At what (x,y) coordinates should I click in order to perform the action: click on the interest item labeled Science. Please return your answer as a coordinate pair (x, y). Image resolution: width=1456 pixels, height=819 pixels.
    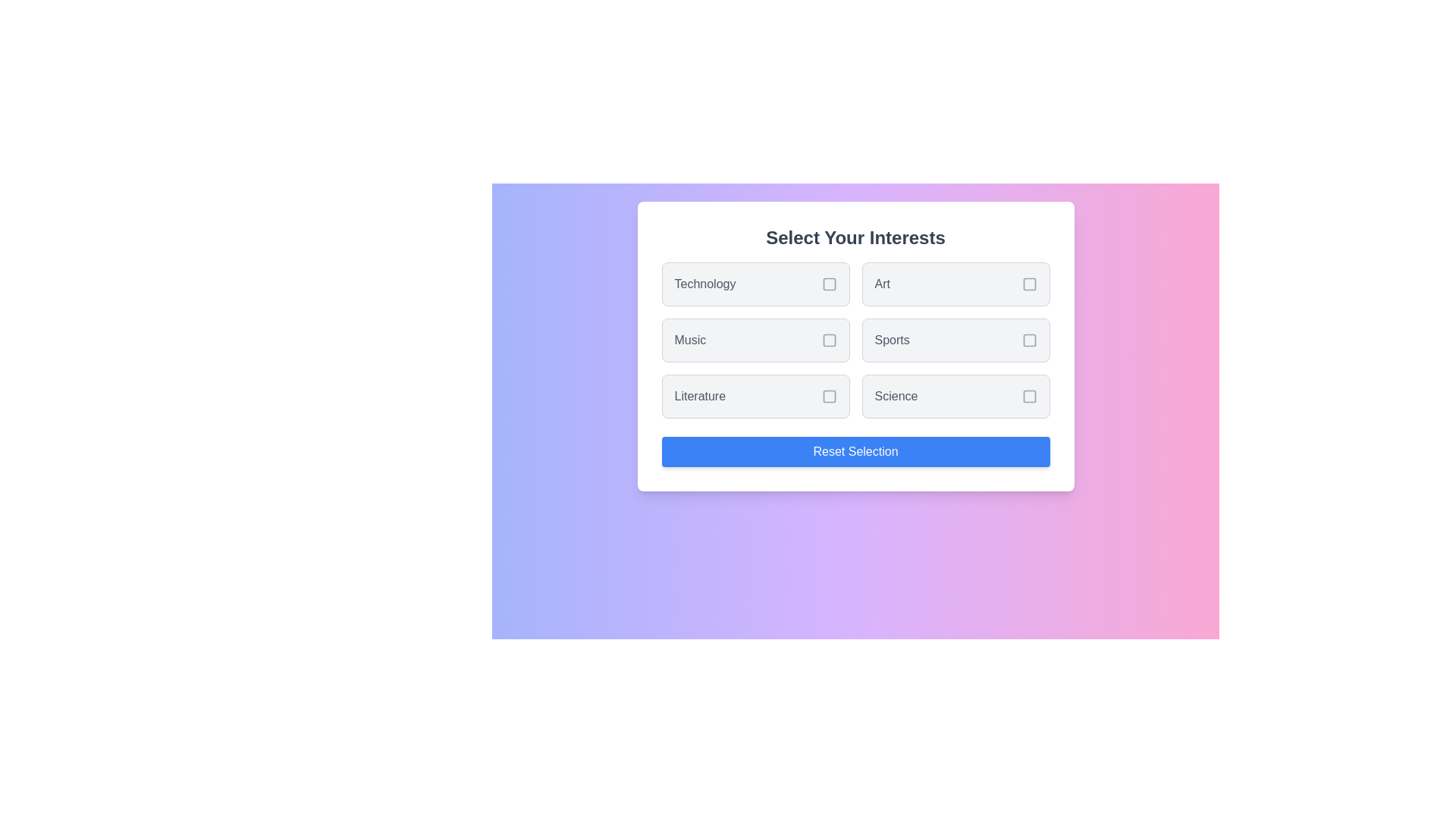
    Looking at the image, I should click on (955, 396).